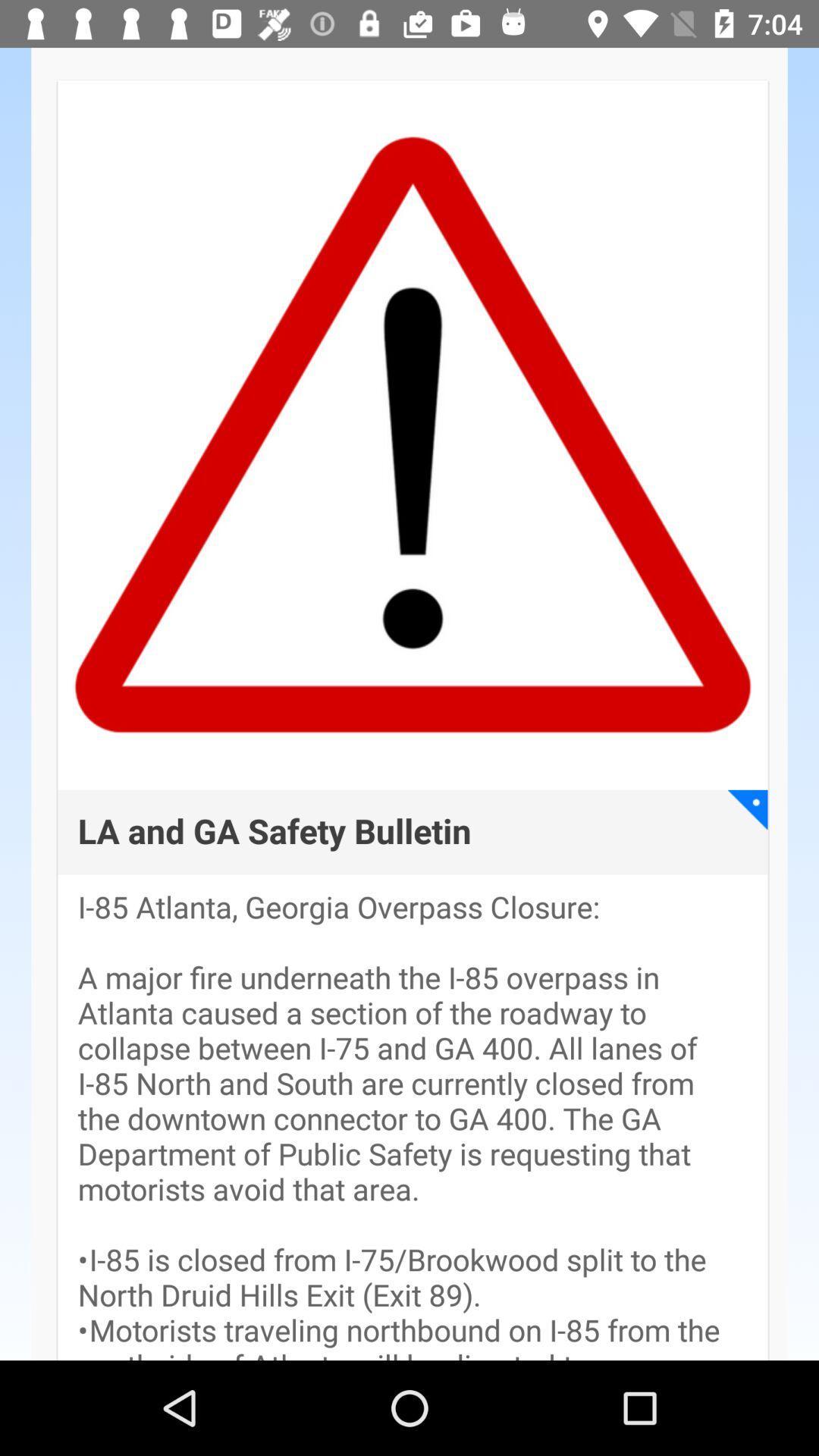  I want to click on the app above i 85 atlanta item, so click(275, 831).